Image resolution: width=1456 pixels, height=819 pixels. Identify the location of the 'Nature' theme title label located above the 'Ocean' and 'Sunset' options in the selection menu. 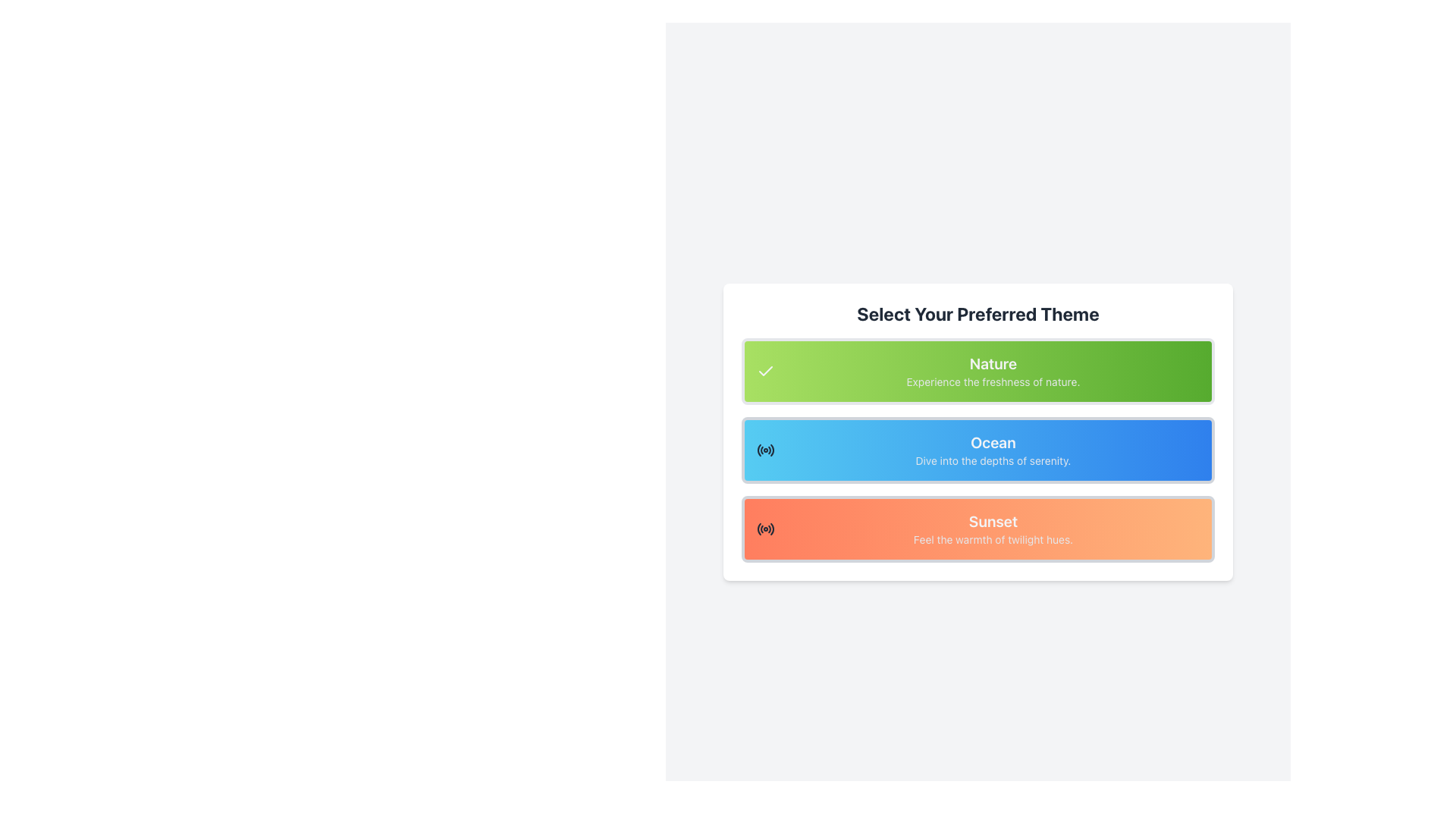
(993, 363).